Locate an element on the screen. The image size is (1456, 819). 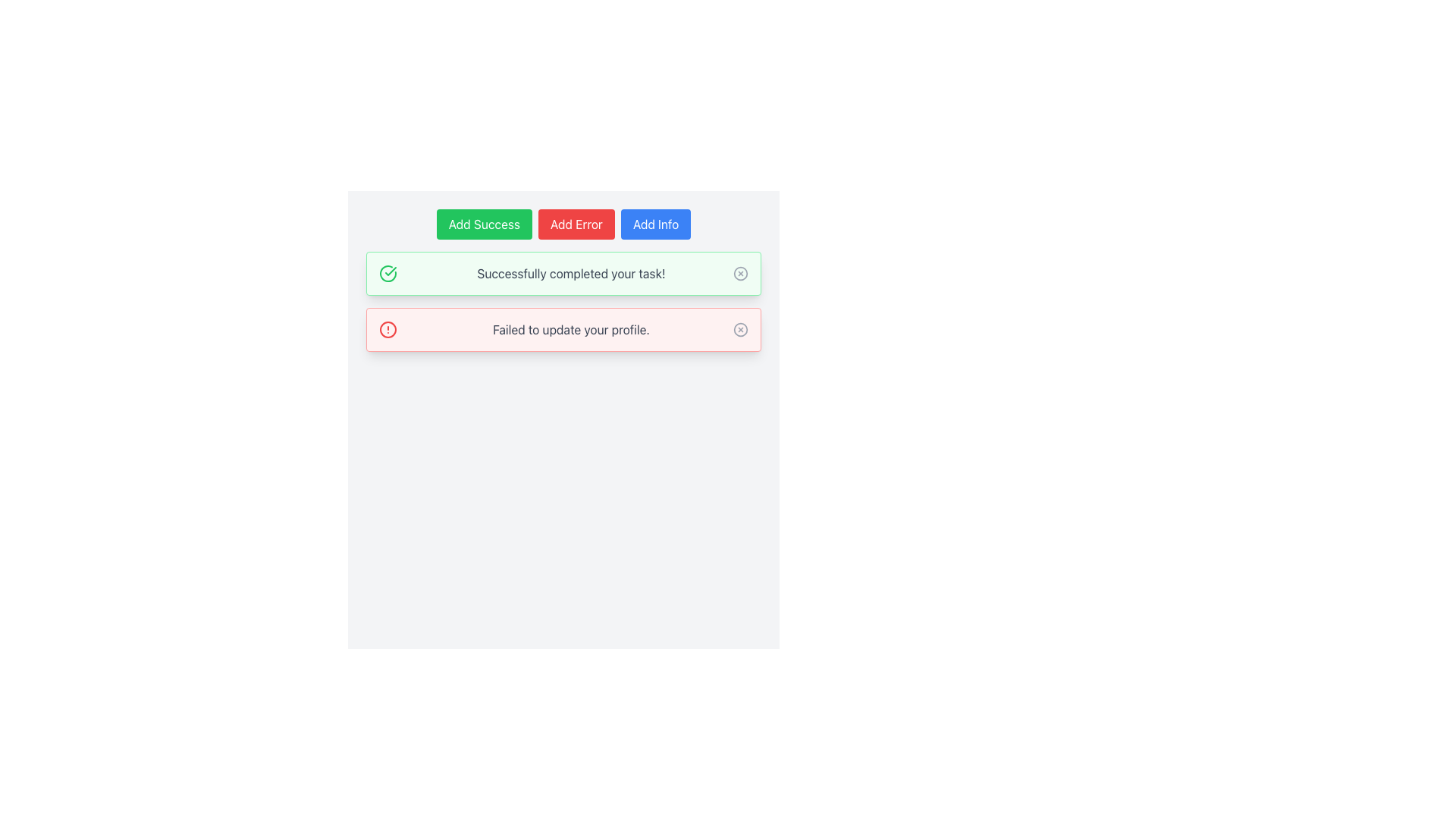
the third button from the left in a horizontal alignment with 'Add Success' in green and 'Add Error' in red is located at coordinates (655, 224).